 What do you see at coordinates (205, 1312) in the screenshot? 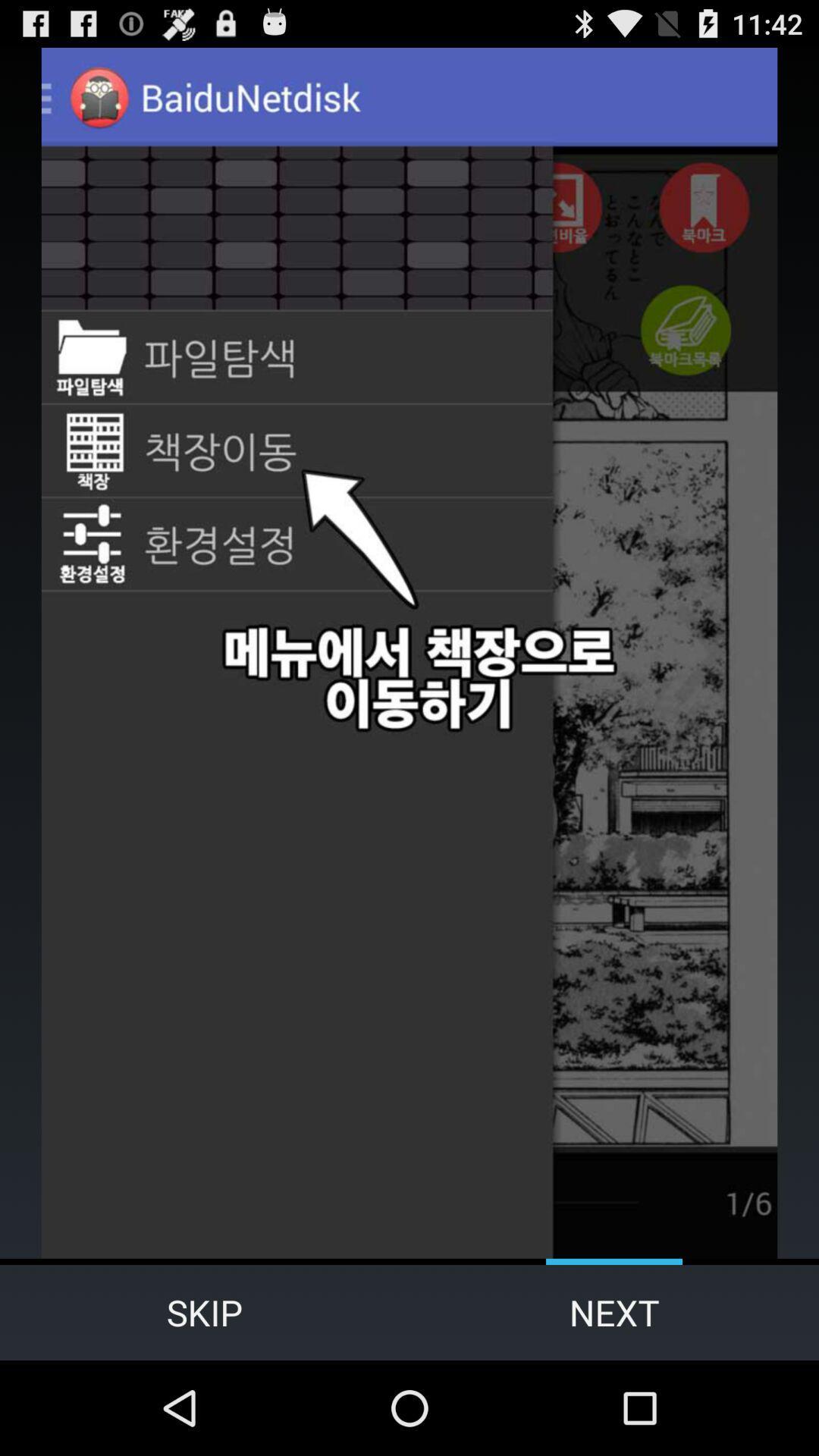
I see `skip item` at bounding box center [205, 1312].